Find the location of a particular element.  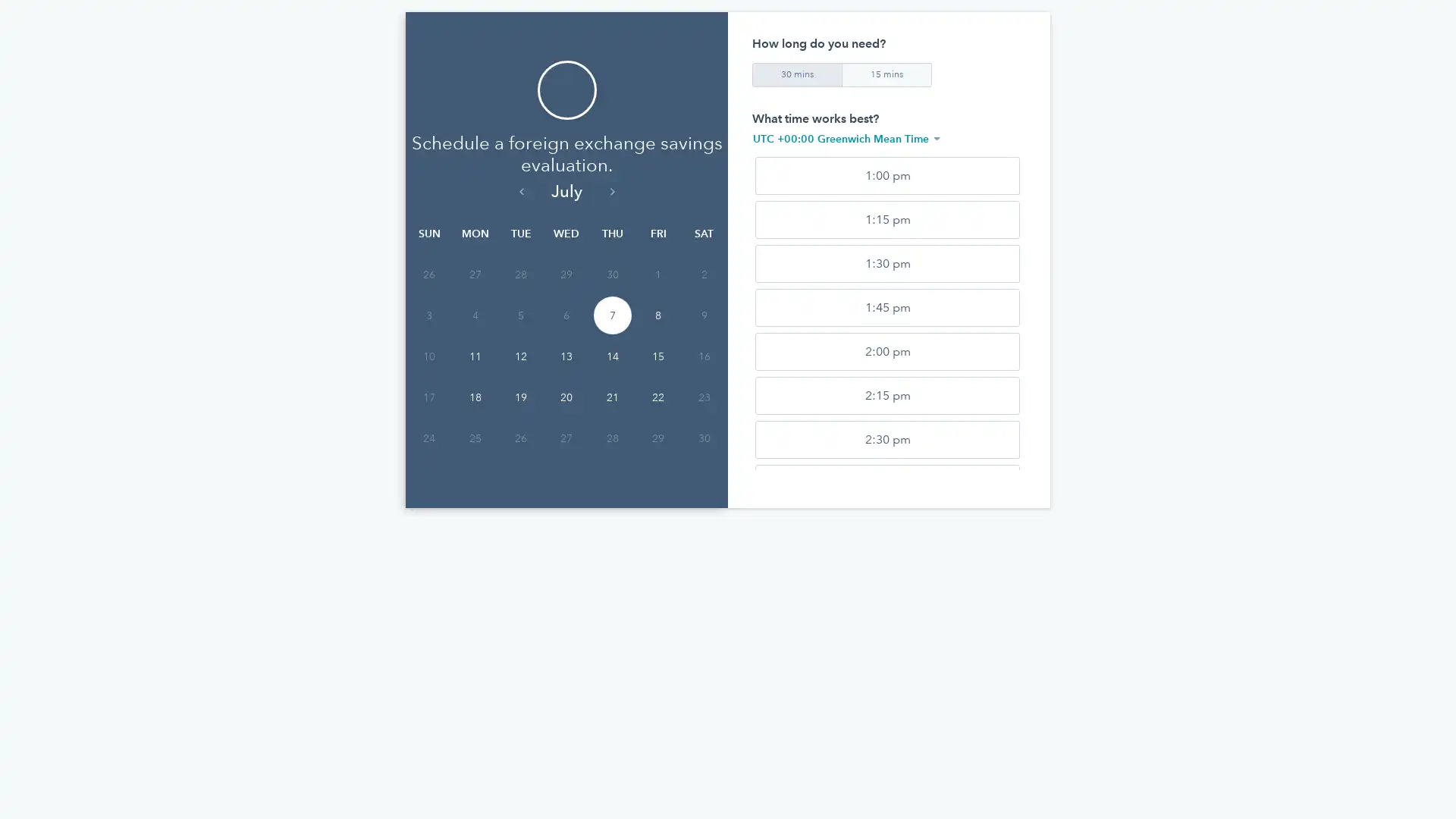

July 12th is located at coordinates (520, 356).